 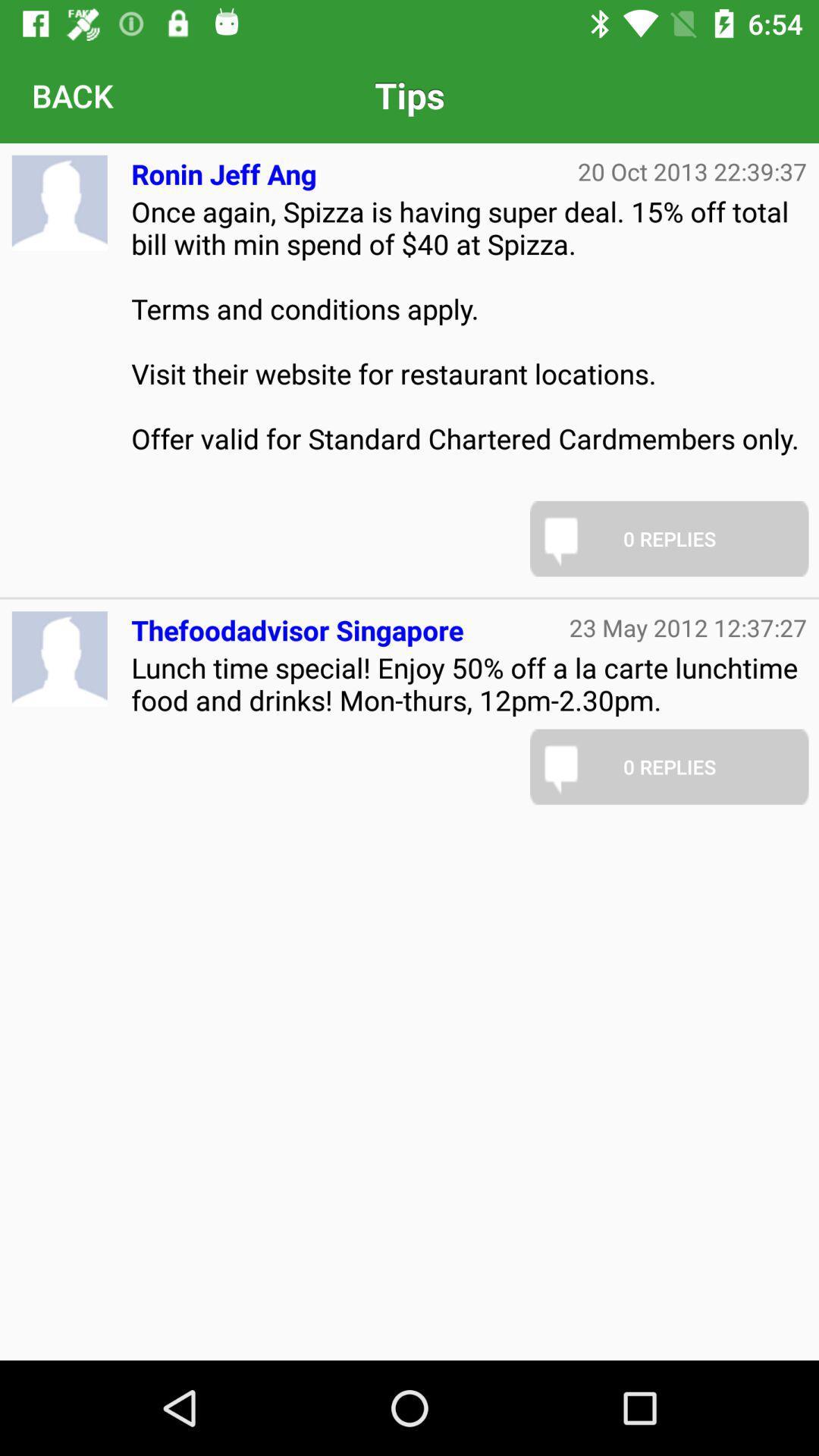 What do you see at coordinates (72, 94) in the screenshot?
I see `back icon` at bounding box center [72, 94].